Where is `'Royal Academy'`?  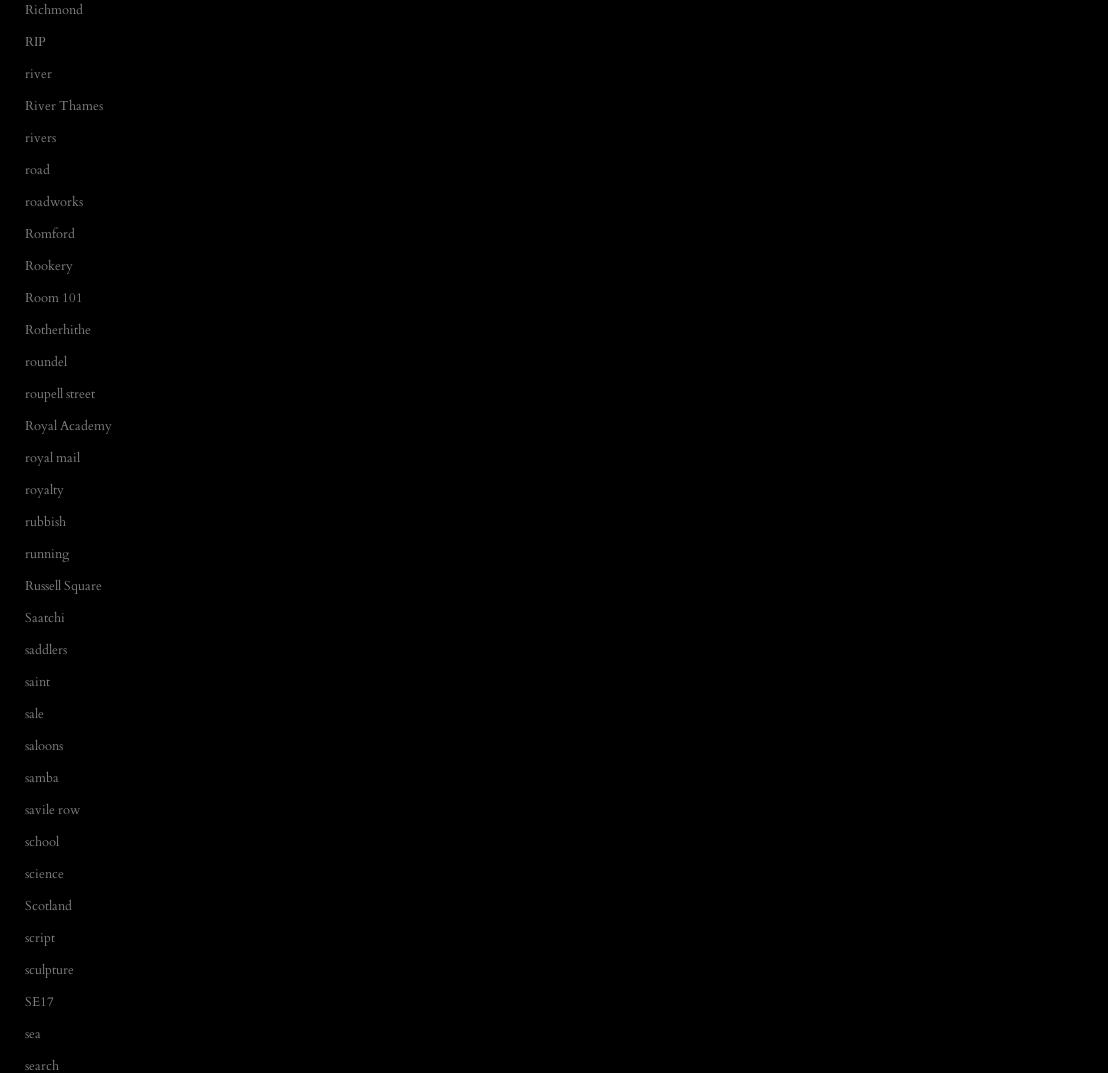
'Royal Academy' is located at coordinates (67, 425).